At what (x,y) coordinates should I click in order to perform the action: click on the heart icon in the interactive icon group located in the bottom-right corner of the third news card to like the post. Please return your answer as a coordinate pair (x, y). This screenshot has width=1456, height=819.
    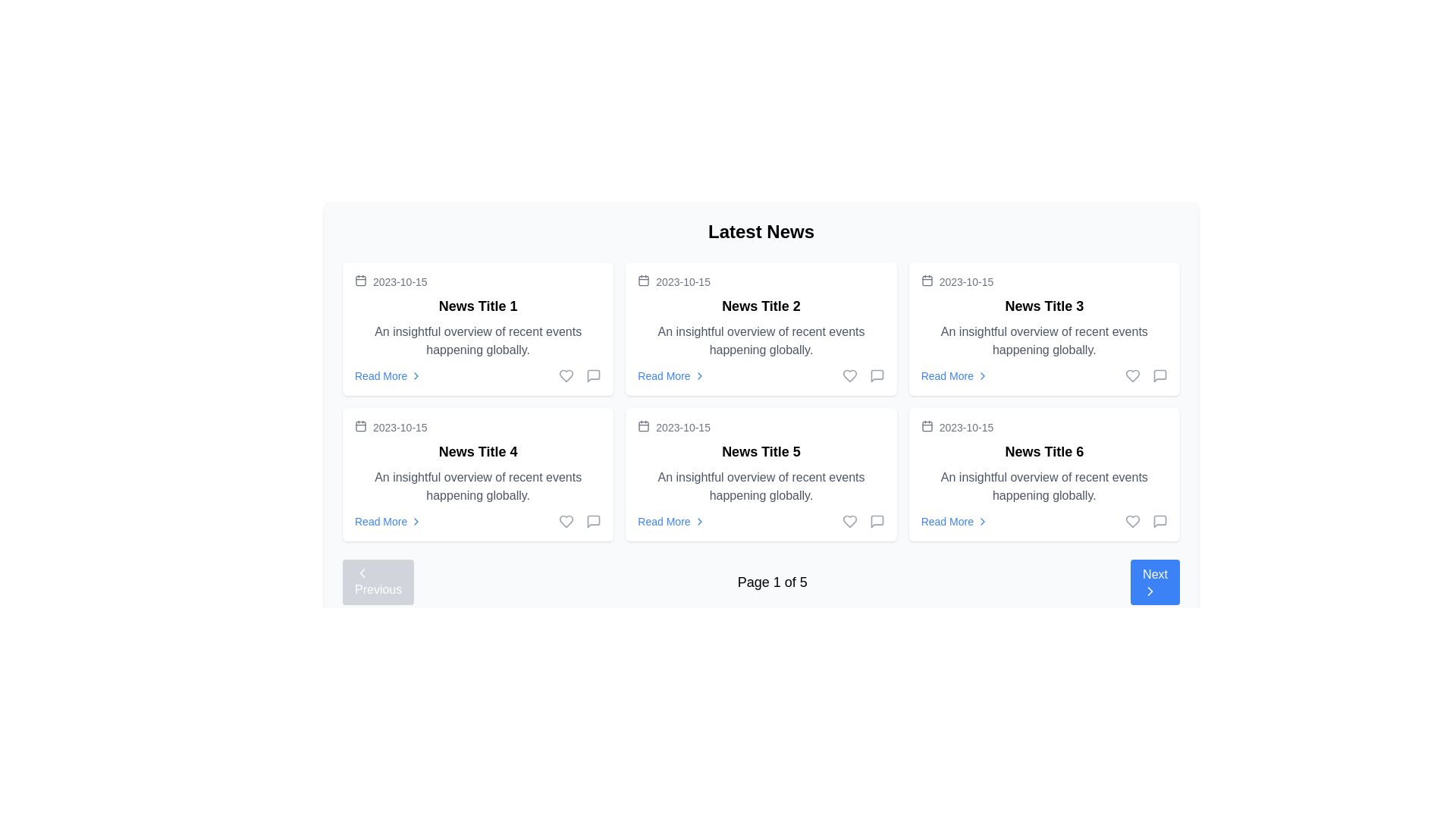
    Looking at the image, I should click on (1147, 375).